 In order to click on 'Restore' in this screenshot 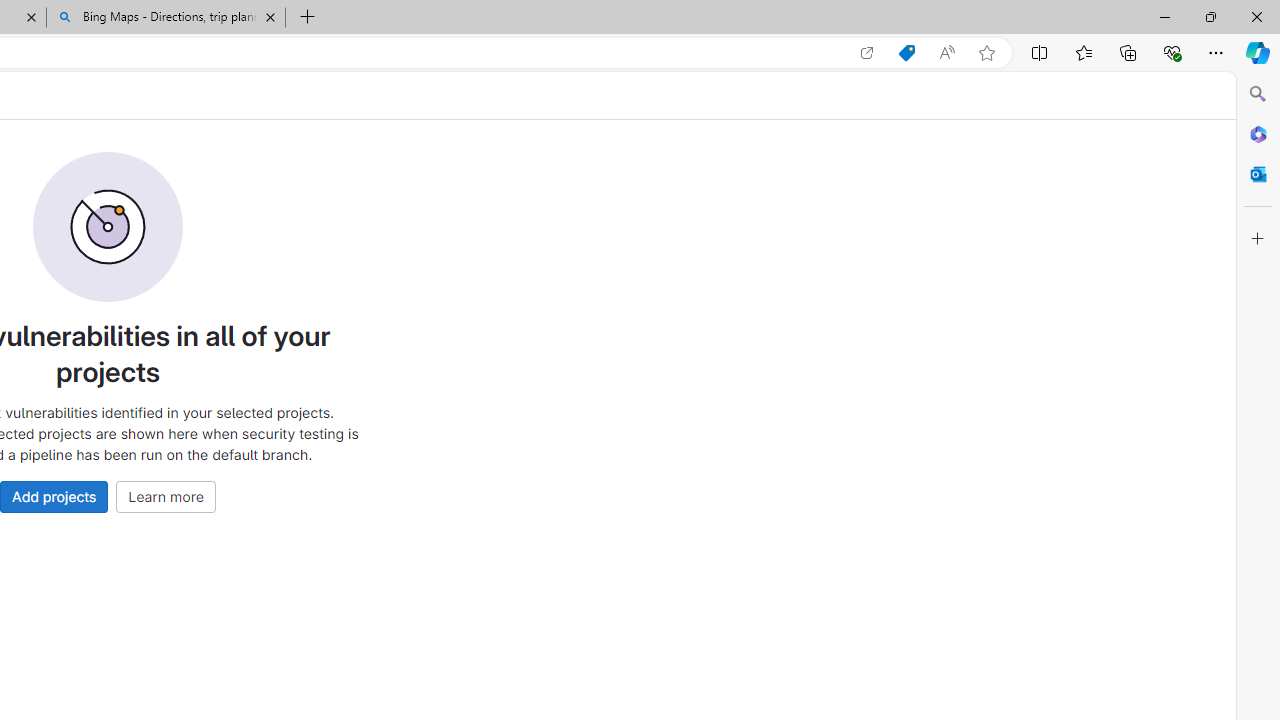, I will do `click(1209, 16)`.